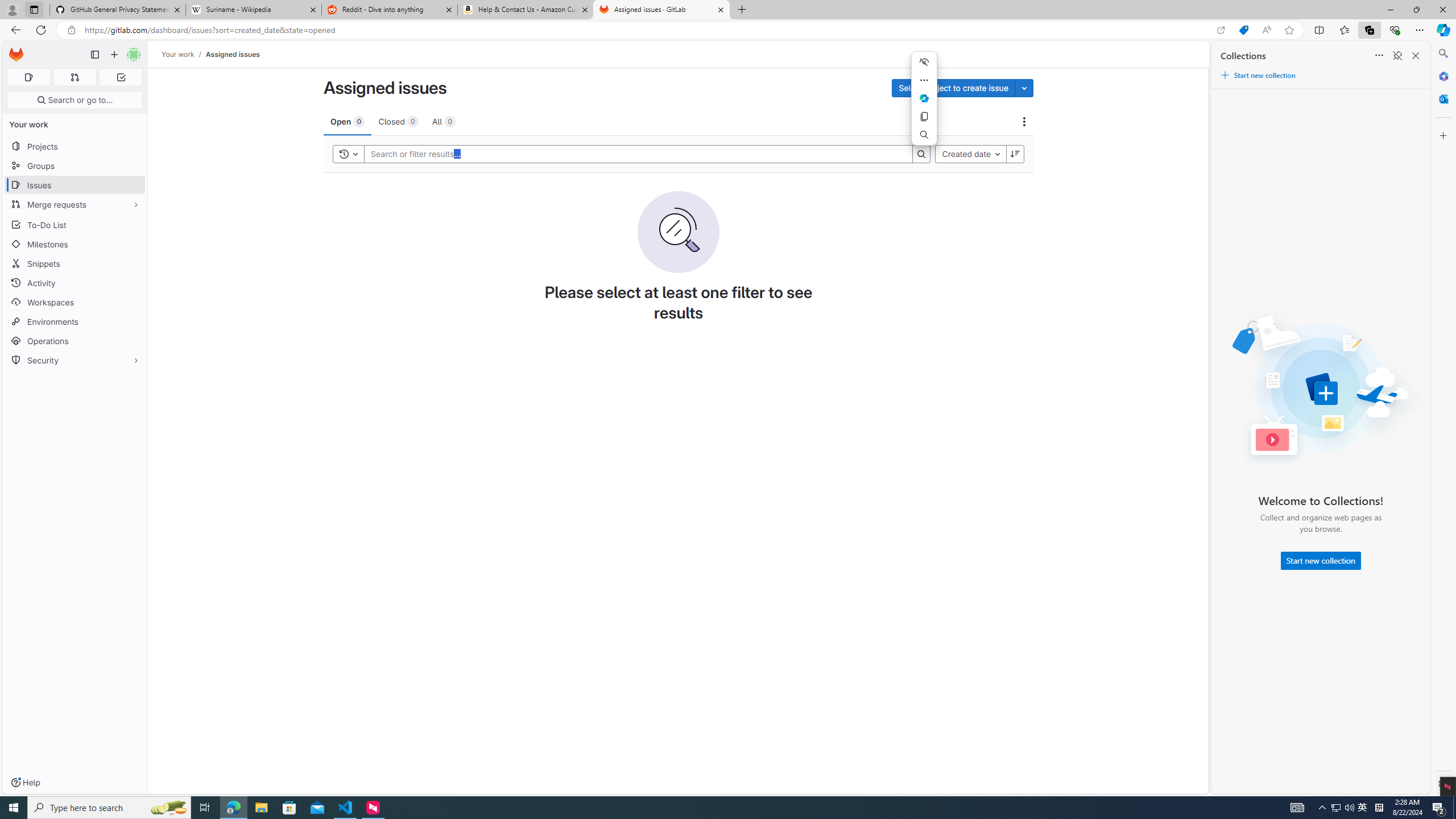 This screenshot has height=819, width=1456. I want to click on 'Your work/', so click(183, 54).